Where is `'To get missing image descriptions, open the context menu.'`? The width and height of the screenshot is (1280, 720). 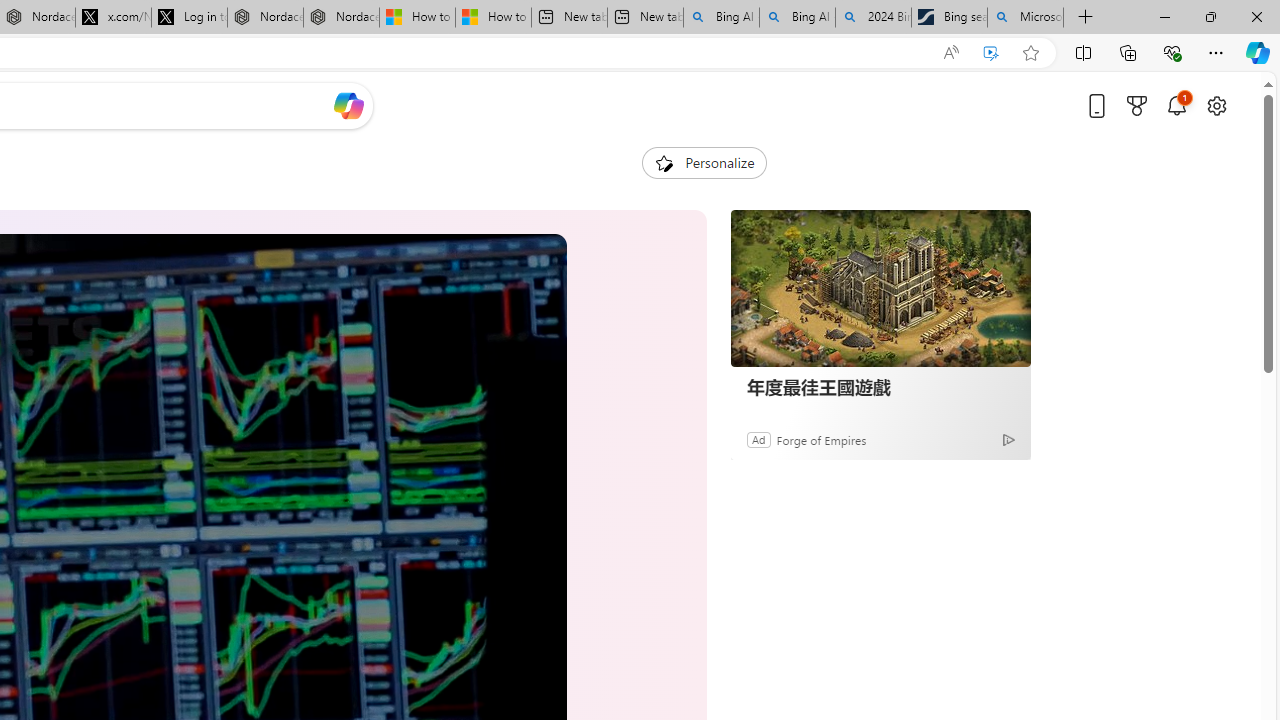
'To get missing image descriptions, open the context menu.' is located at coordinates (664, 161).